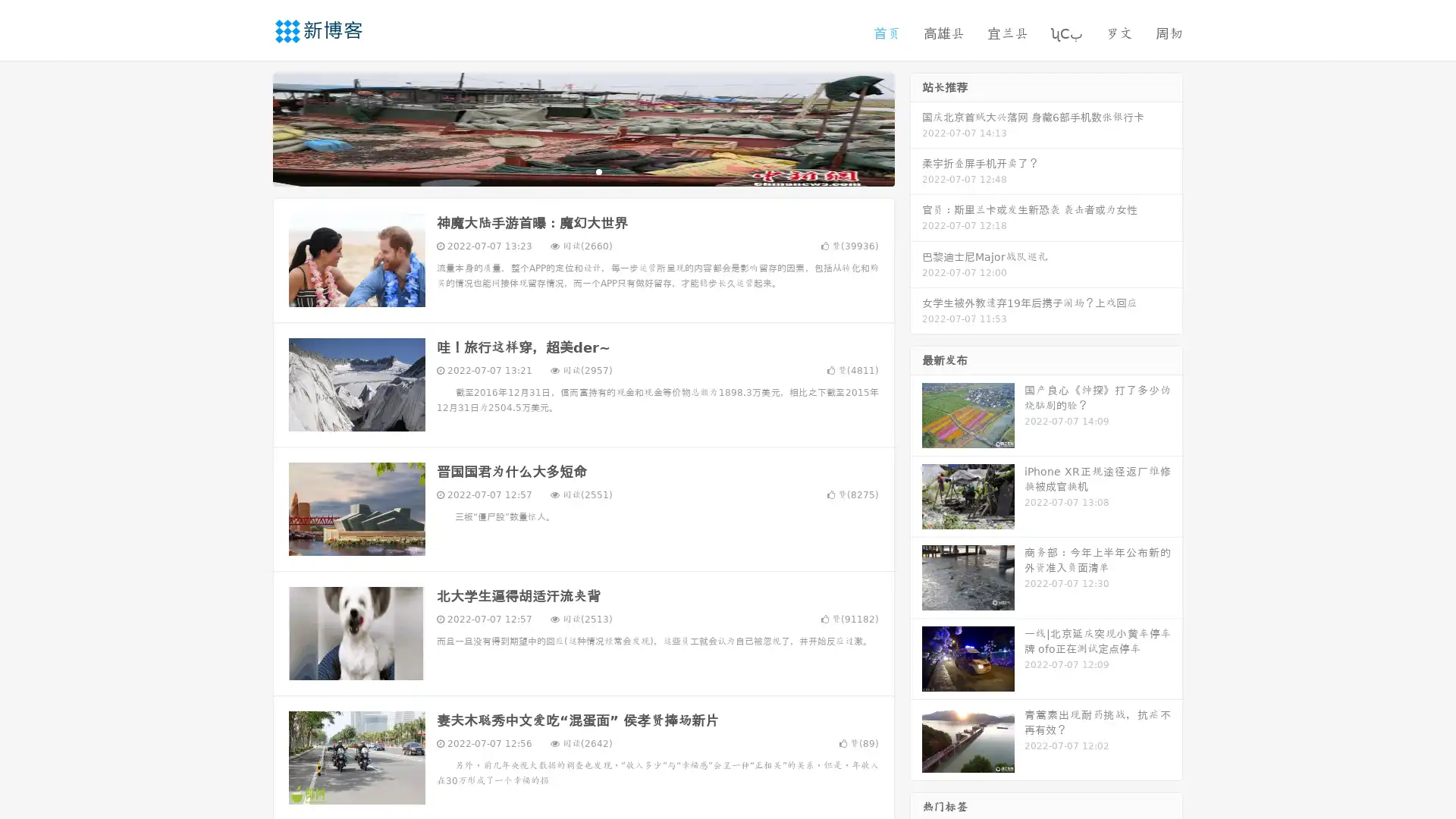 The image size is (1456, 819). Describe the element at coordinates (916, 127) in the screenshot. I see `Next slide` at that location.